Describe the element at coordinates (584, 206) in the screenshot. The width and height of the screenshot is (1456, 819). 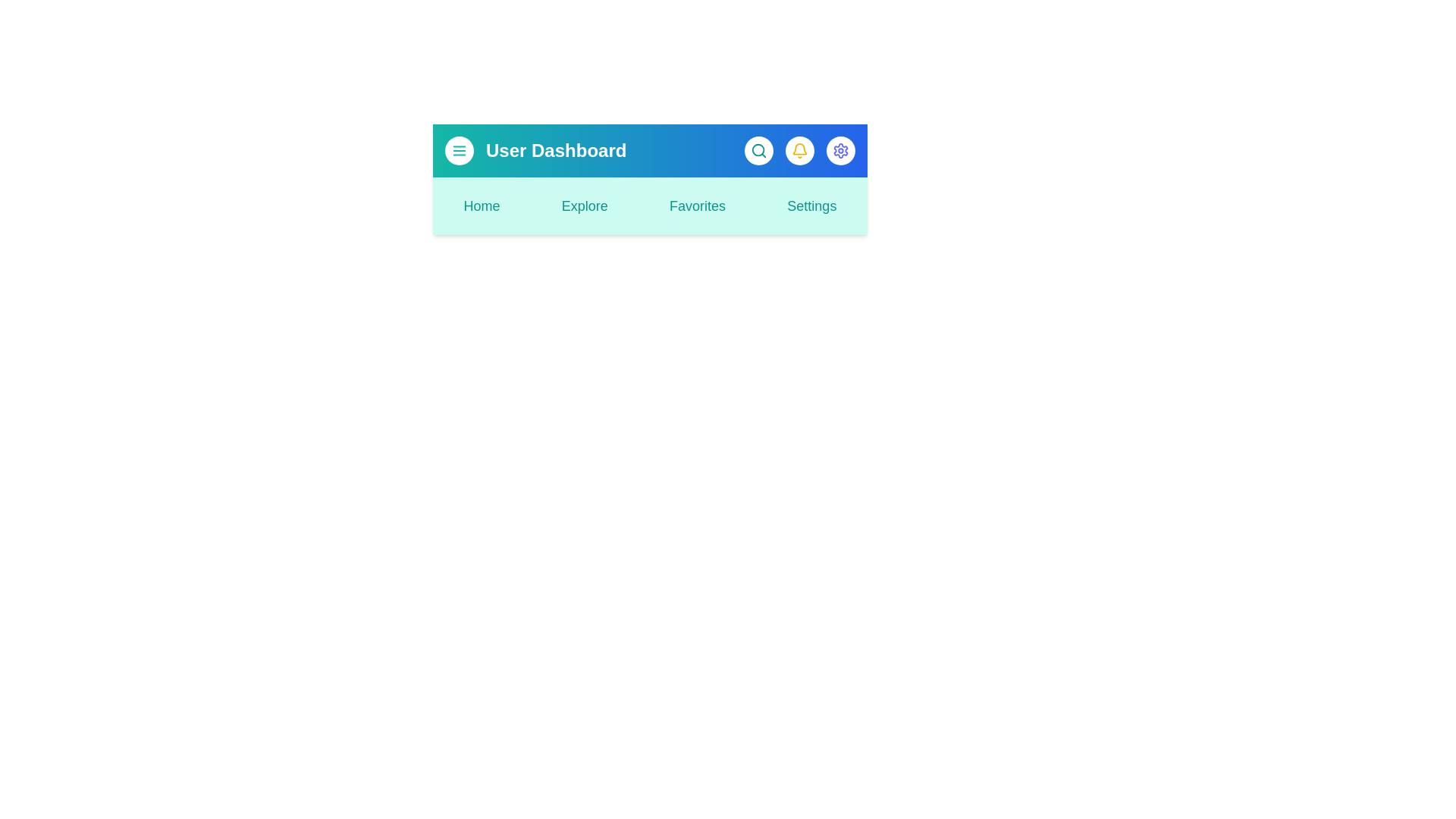
I see `the navigation link corresponding to Explore` at that location.